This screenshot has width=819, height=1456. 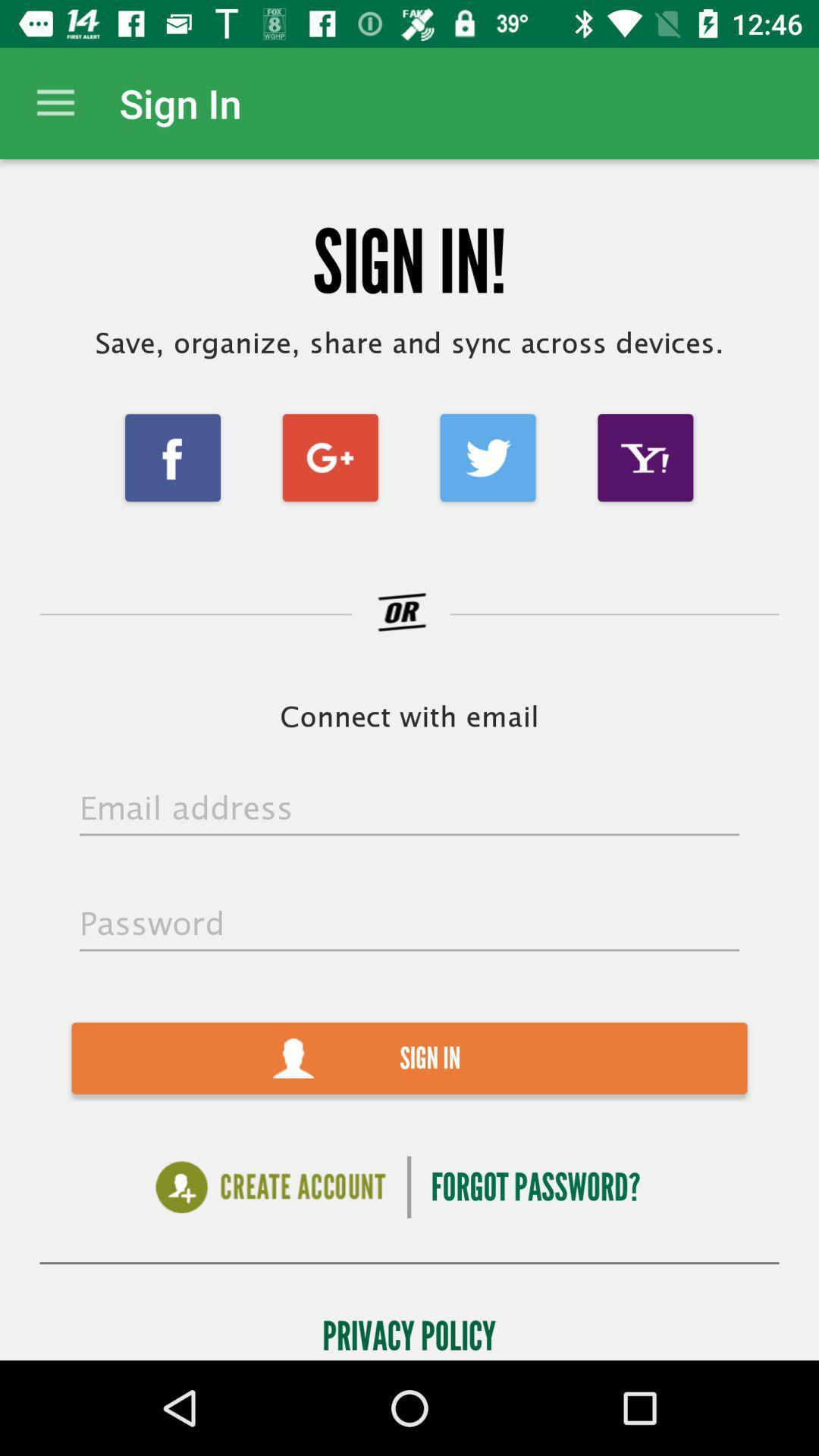 What do you see at coordinates (172, 457) in the screenshot?
I see `facebook logo` at bounding box center [172, 457].